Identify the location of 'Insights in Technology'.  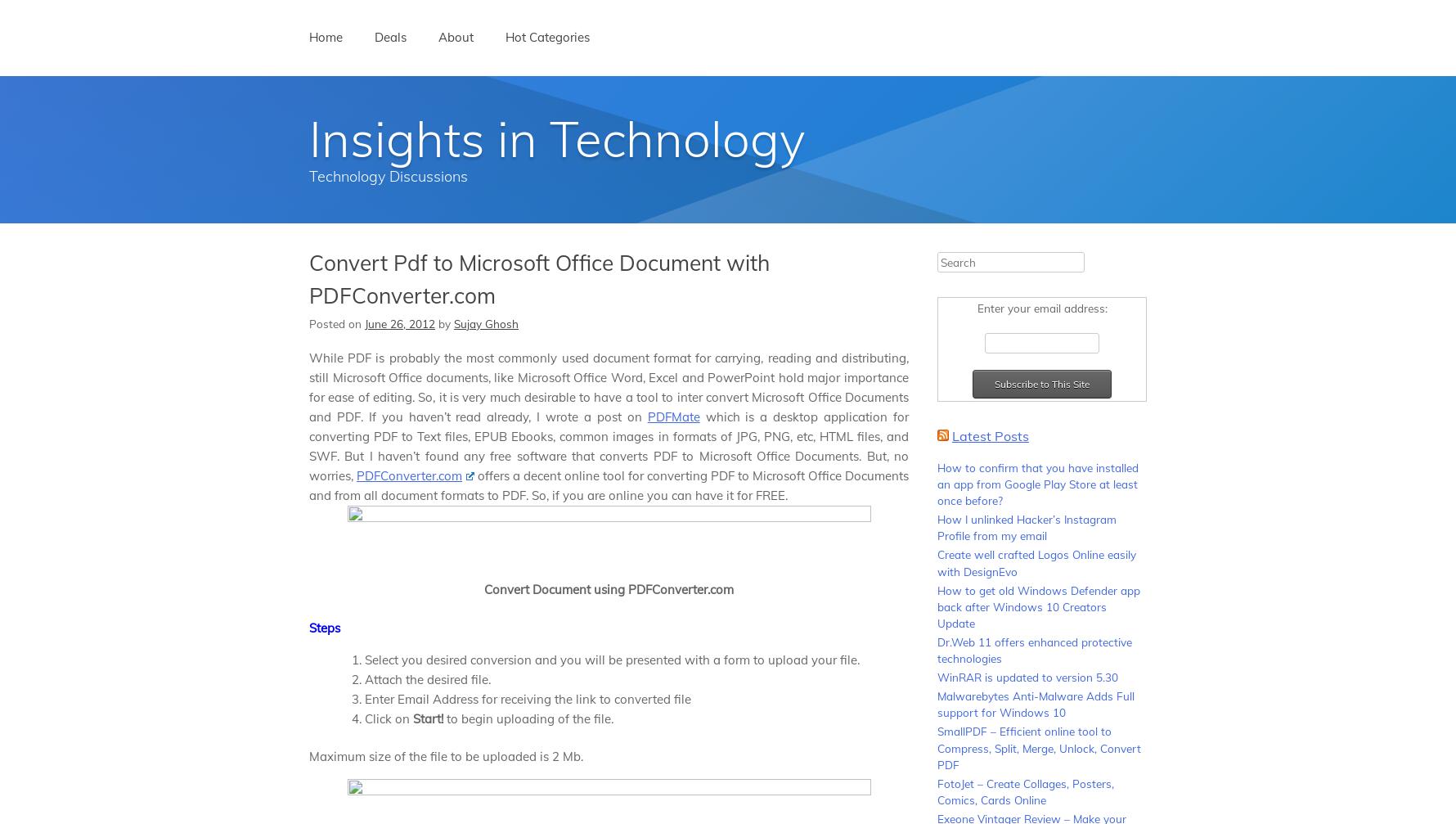
(308, 137).